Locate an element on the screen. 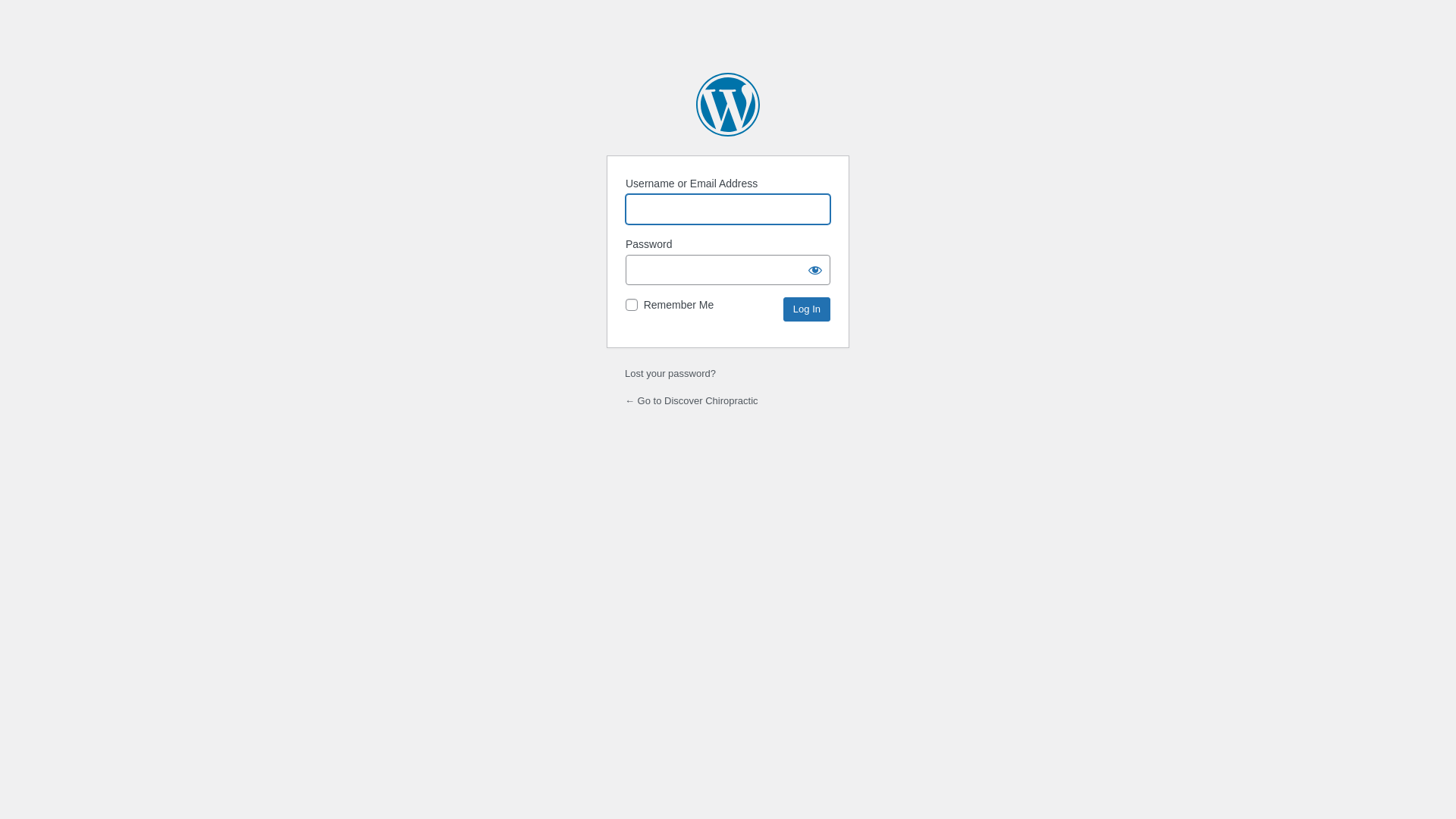 Image resolution: width=1456 pixels, height=819 pixels. 'Lost your password?' is located at coordinates (669, 373).